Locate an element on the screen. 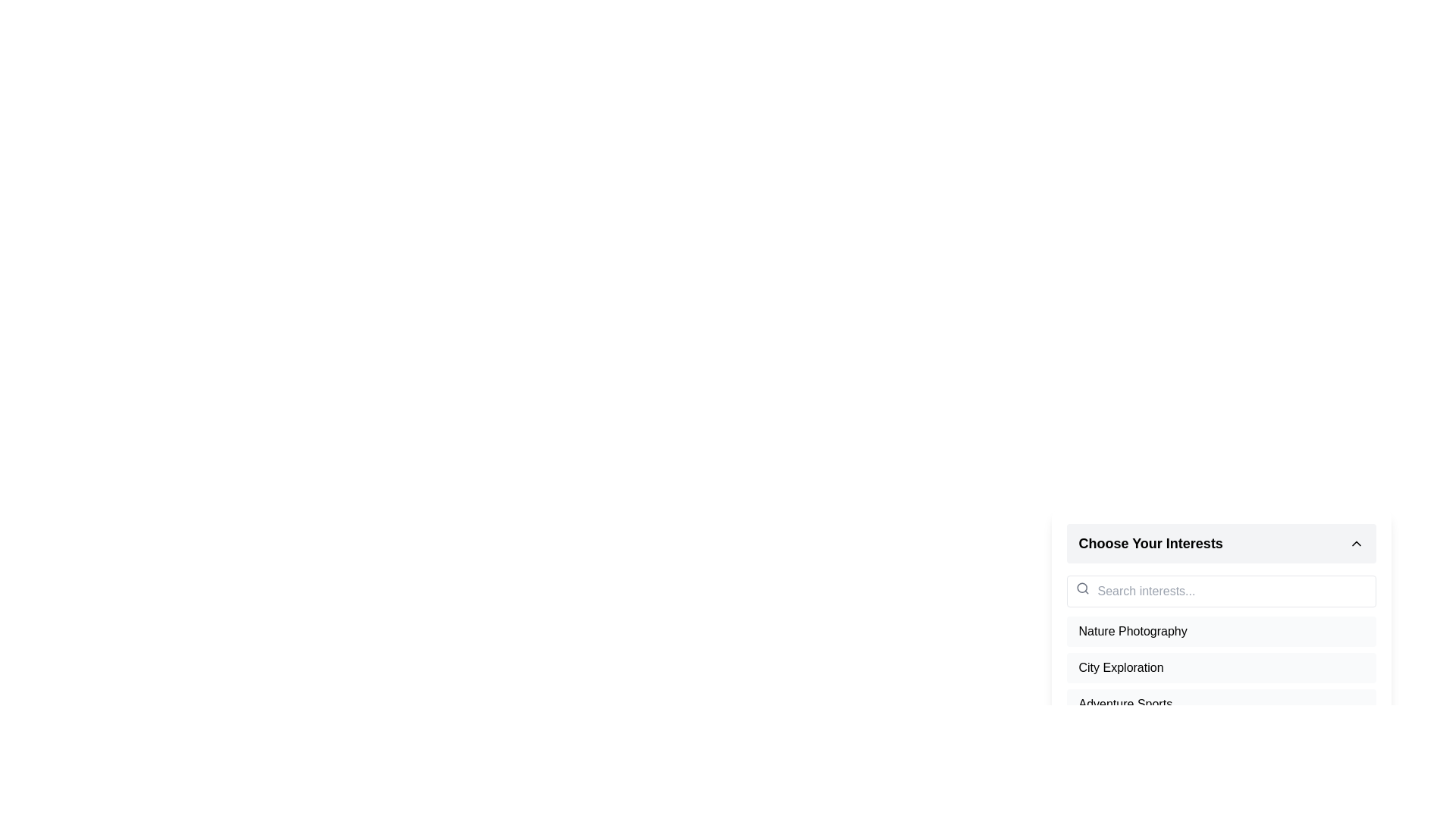  'Adventure Sports' selectable list item, which is the third entry under the 'Choose Your Interests' heading, using development tools is located at coordinates (1221, 704).